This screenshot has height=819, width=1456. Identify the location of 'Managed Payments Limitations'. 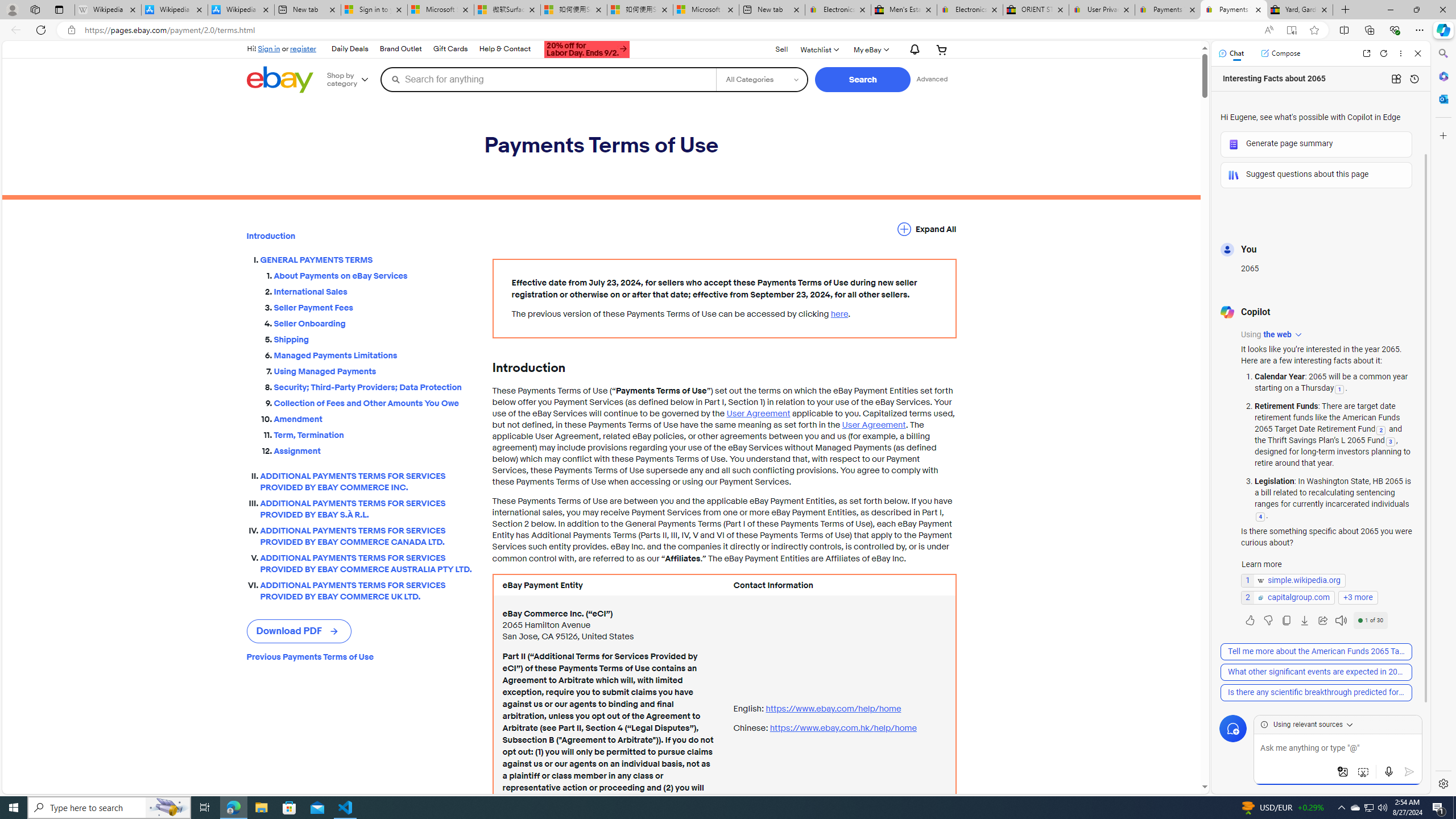
(373, 353).